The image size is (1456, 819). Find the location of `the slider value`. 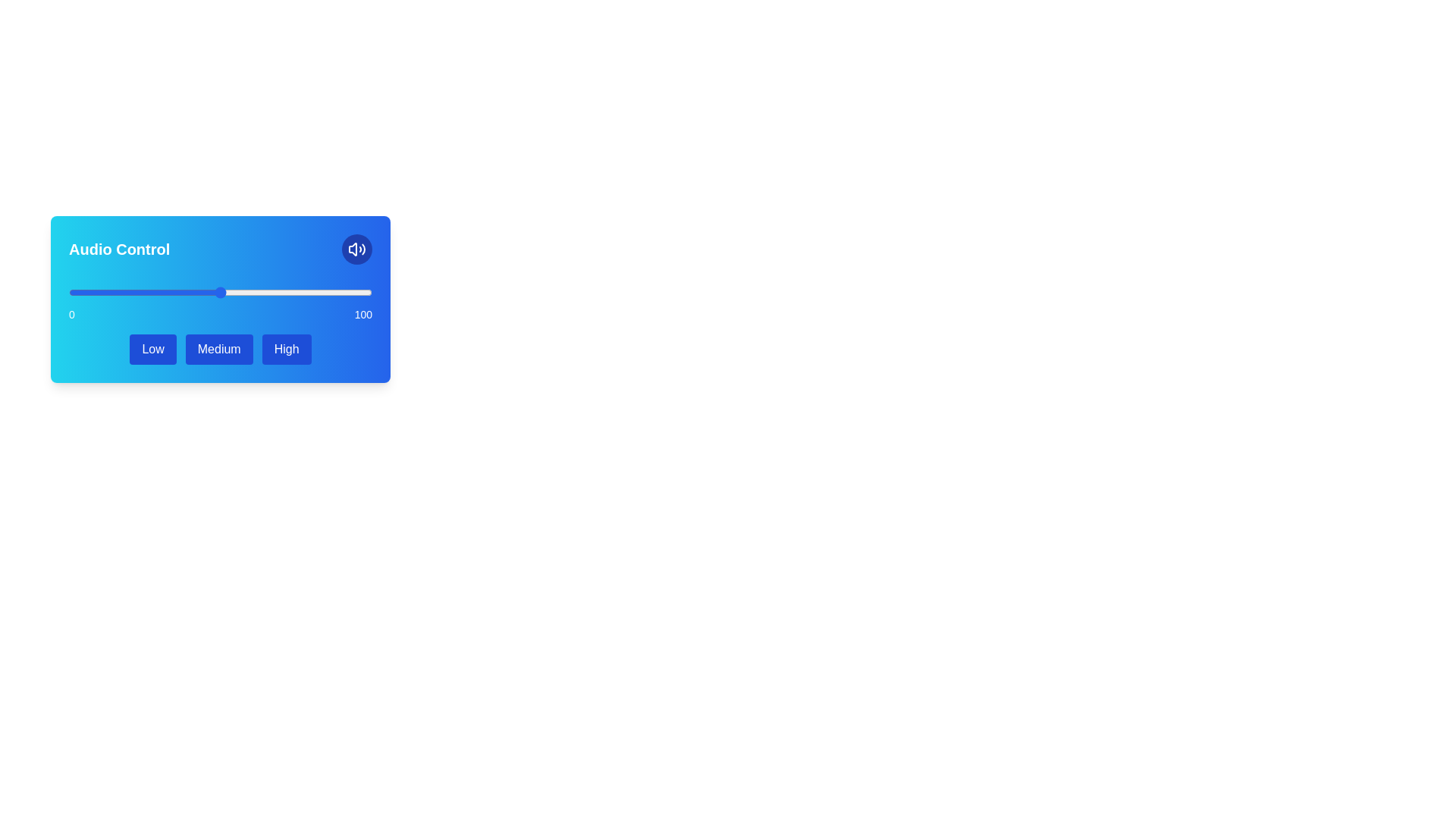

the slider value is located at coordinates (145, 292).